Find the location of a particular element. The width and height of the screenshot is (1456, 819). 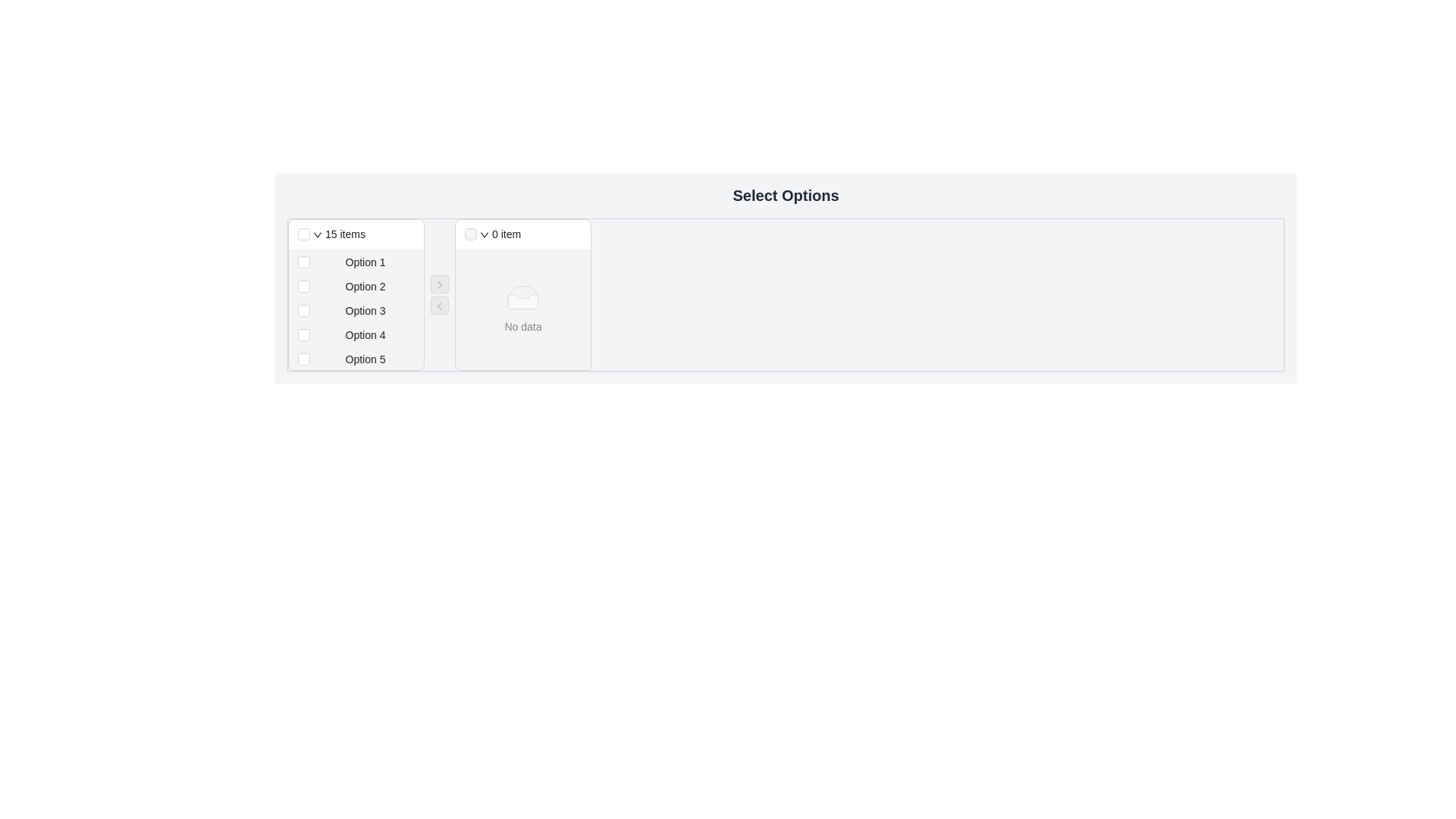

the minimalistic light-themed checkbox located on the left-hand side of the Option 2 row is located at coordinates (303, 287).